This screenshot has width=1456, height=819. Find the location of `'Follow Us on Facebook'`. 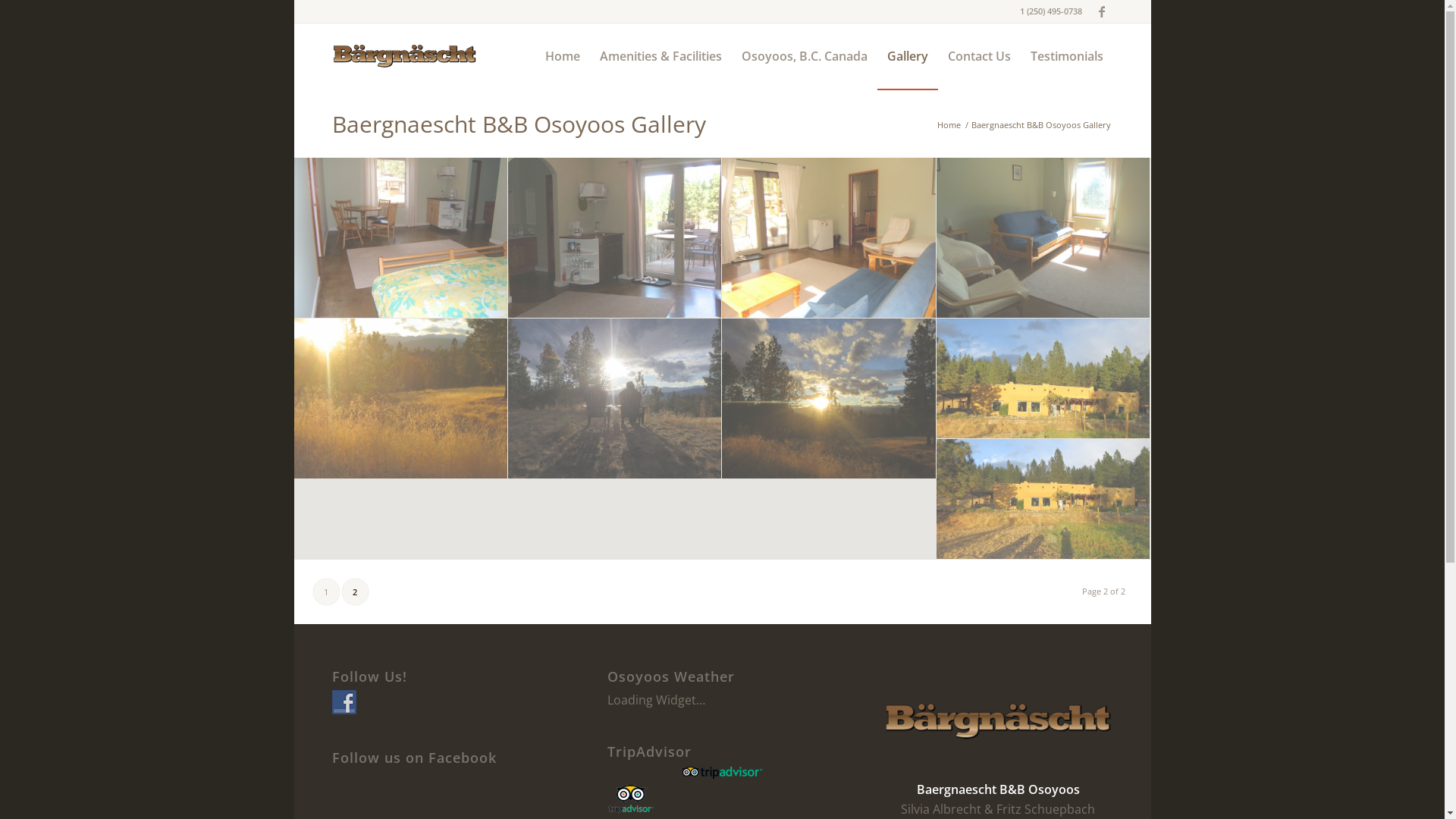

'Follow Us on Facebook' is located at coordinates (331, 701).